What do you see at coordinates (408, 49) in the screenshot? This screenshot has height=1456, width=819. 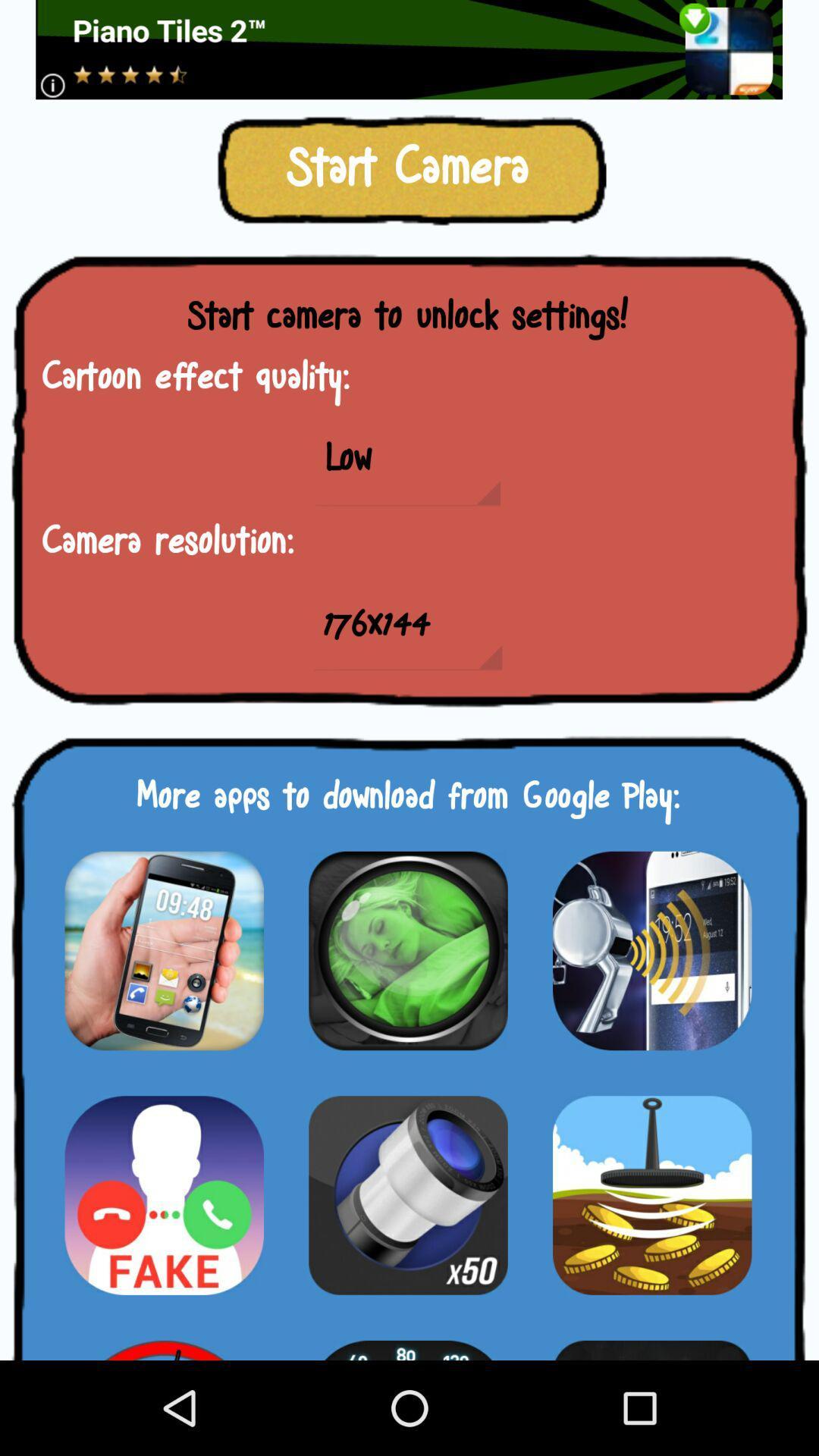 I see `the advertisement` at bounding box center [408, 49].